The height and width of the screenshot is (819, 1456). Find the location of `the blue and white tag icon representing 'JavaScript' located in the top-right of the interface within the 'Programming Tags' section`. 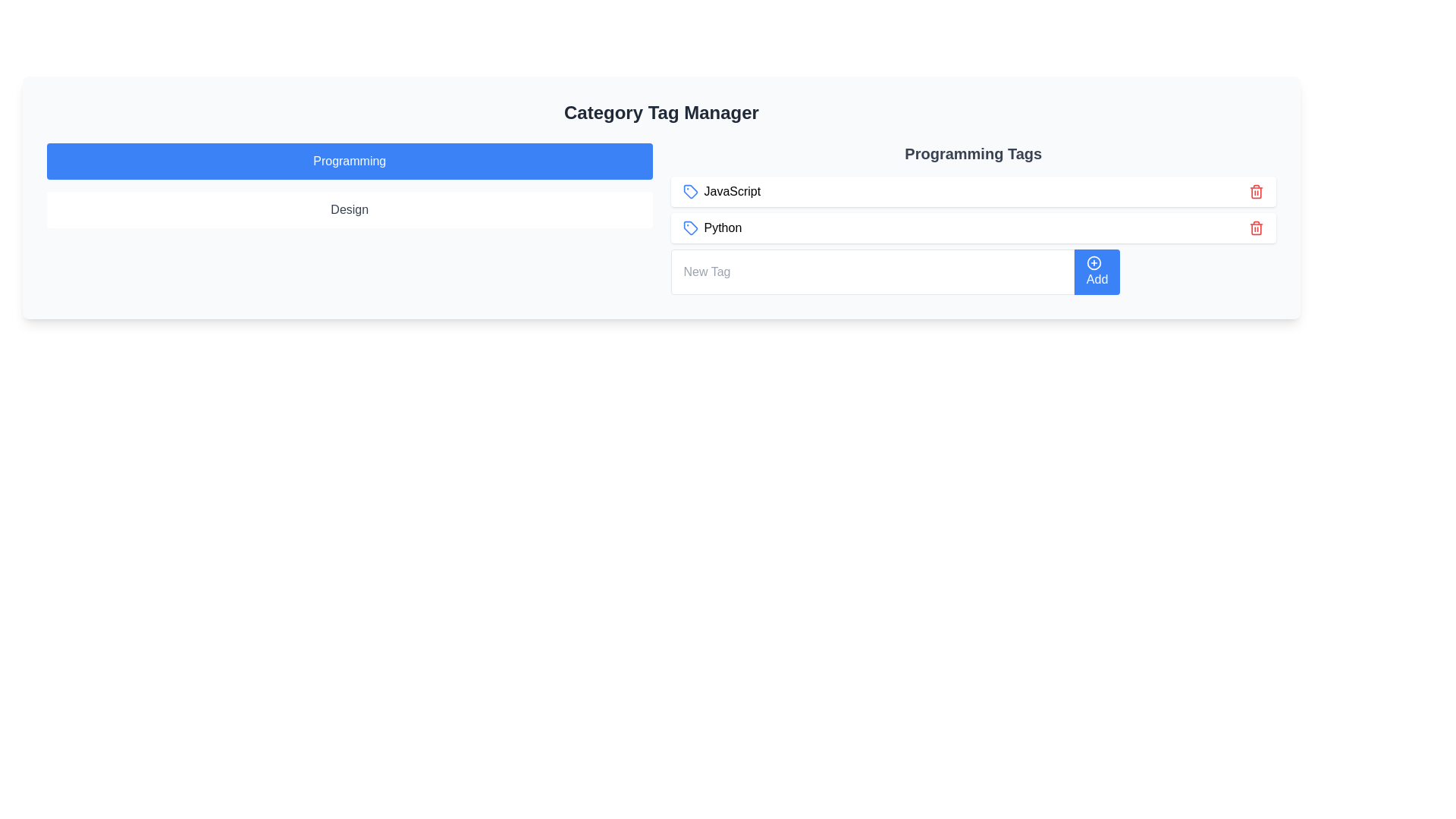

the blue and white tag icon representing 'JavaScript' located in the top-right of the interface within the 'Programming Tags' section is located at coordinates (689, 191).